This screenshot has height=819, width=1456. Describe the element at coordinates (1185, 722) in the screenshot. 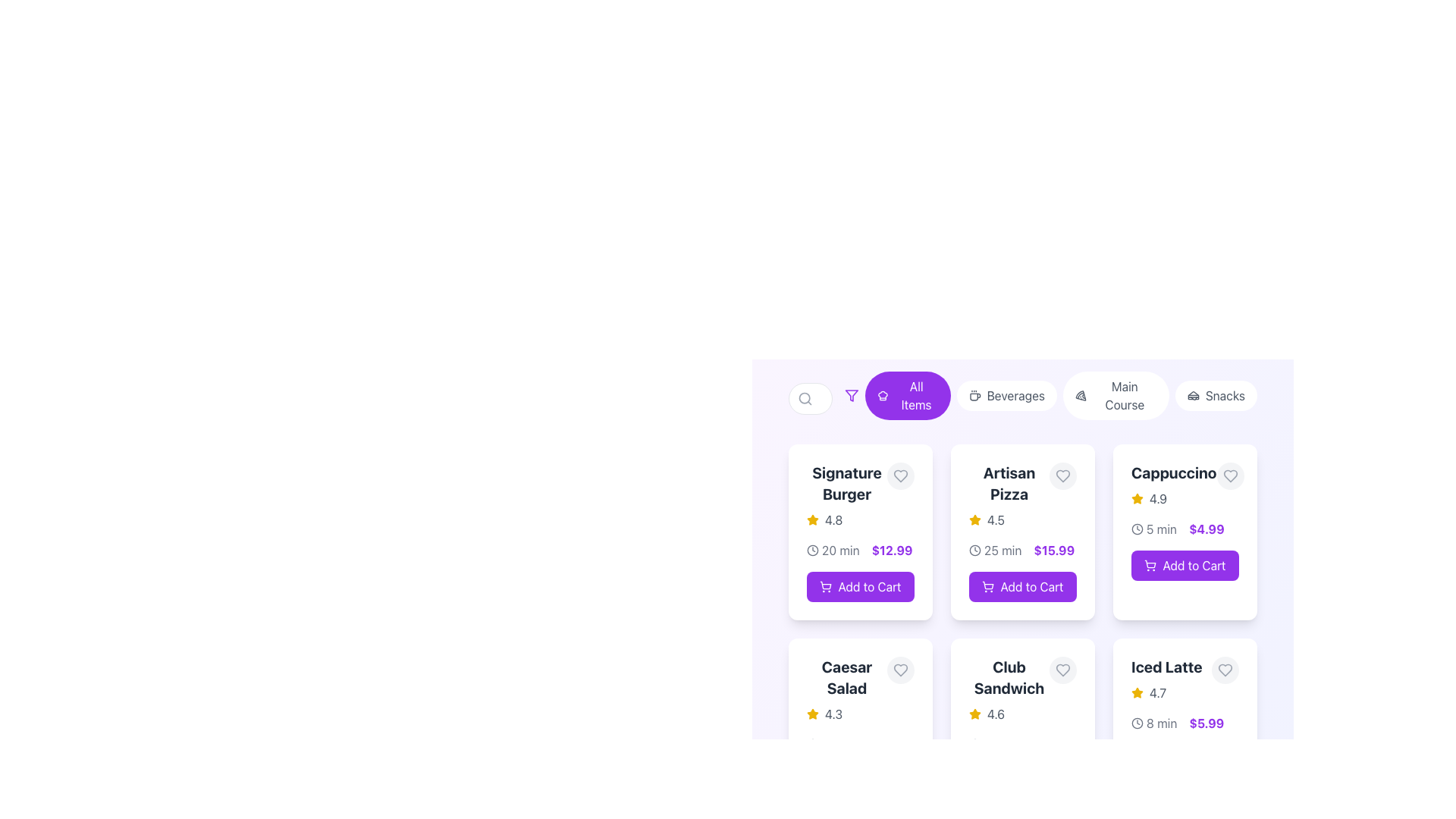

I see `the Text display component that shows the estimated preparation time and price information of the 'Iced Latte' card located in the bottom-right corner of the product cards` at that location.